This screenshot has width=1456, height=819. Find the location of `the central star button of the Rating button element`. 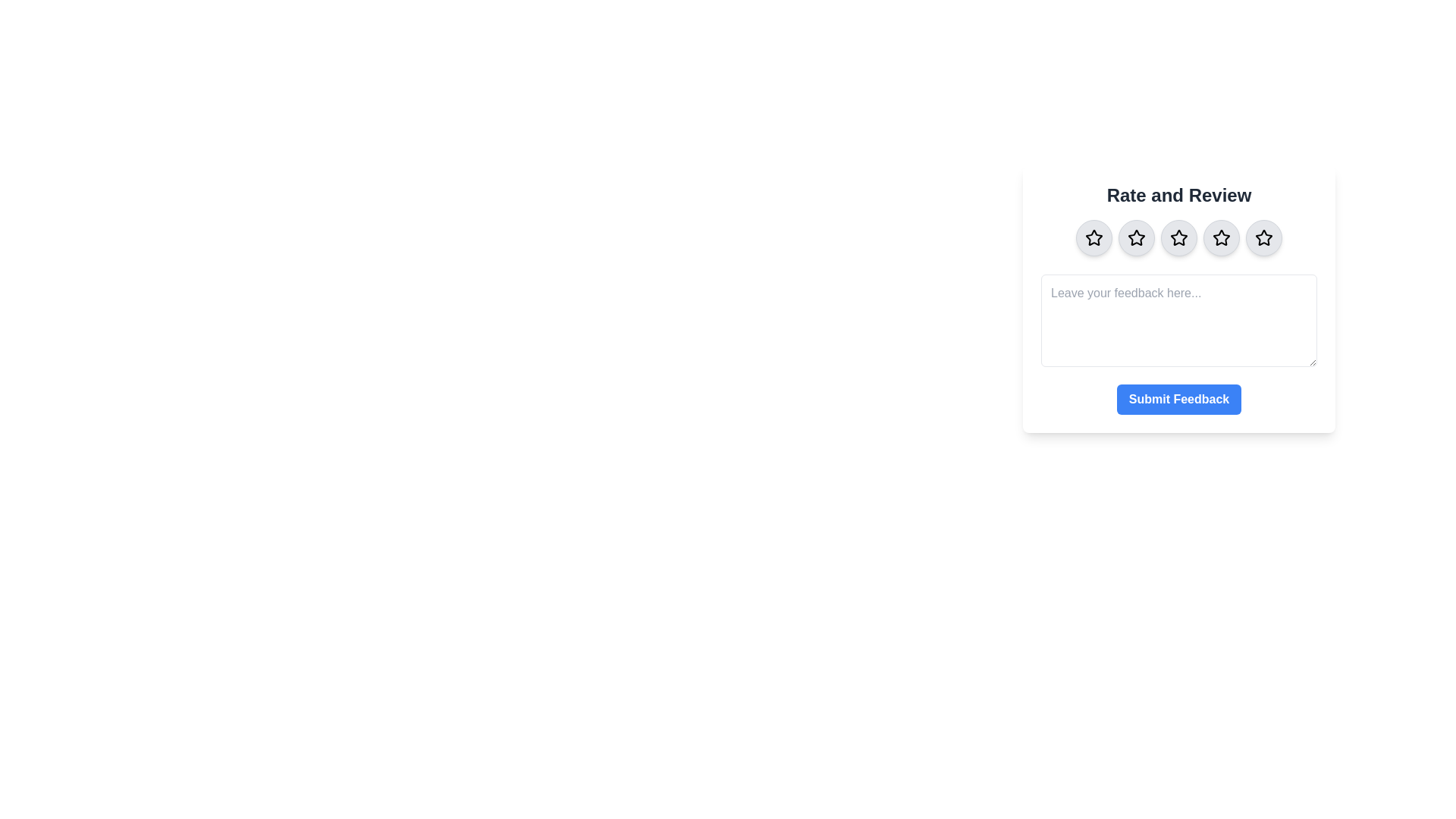

the central star button of the Rating button element is located at coordinates (1178, 237).